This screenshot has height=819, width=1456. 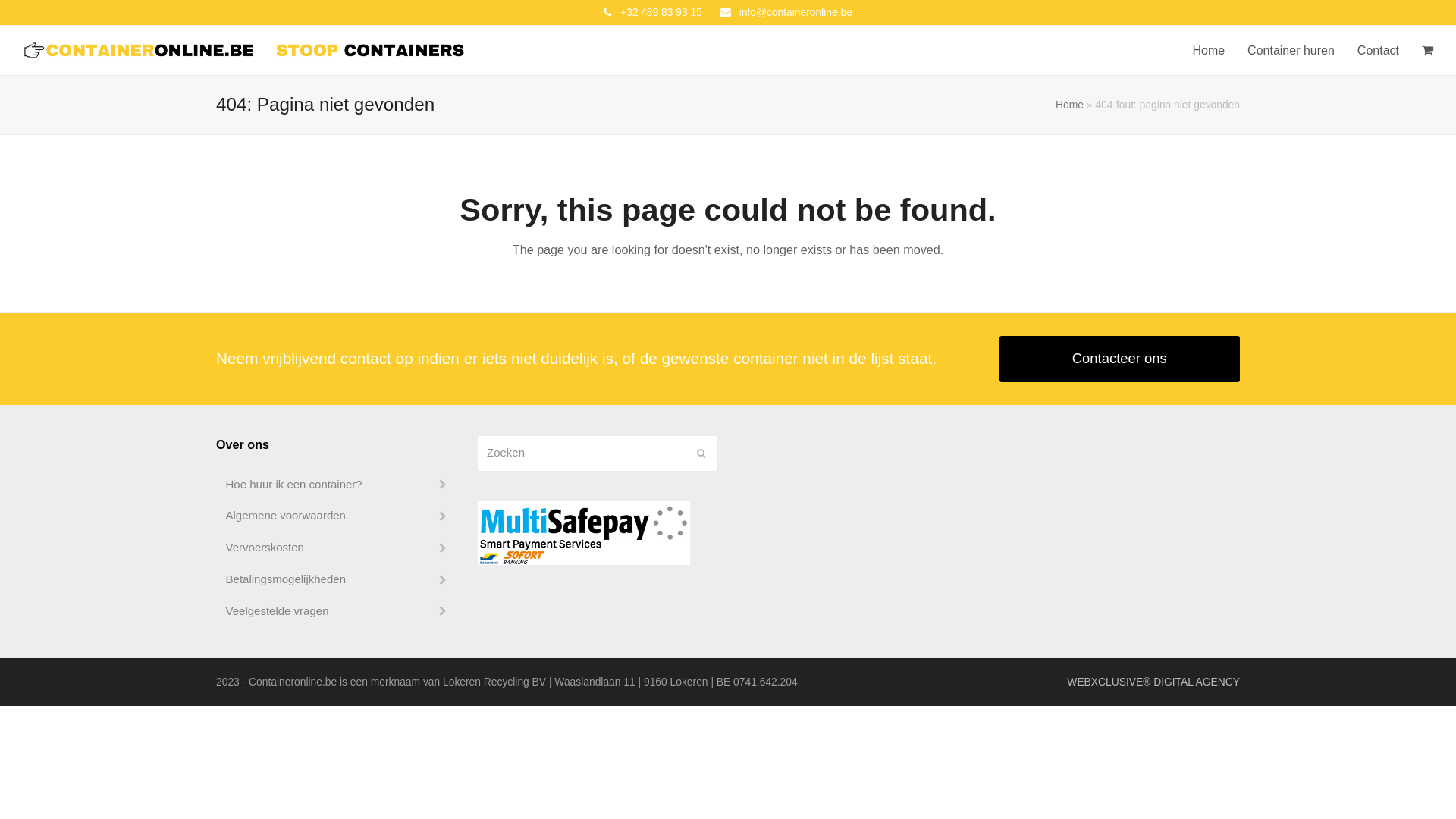 What do you see at coordinates (739, 11) in the screenshot?
I see `'info@containeronline.be'` at bounding box center [739, 11].